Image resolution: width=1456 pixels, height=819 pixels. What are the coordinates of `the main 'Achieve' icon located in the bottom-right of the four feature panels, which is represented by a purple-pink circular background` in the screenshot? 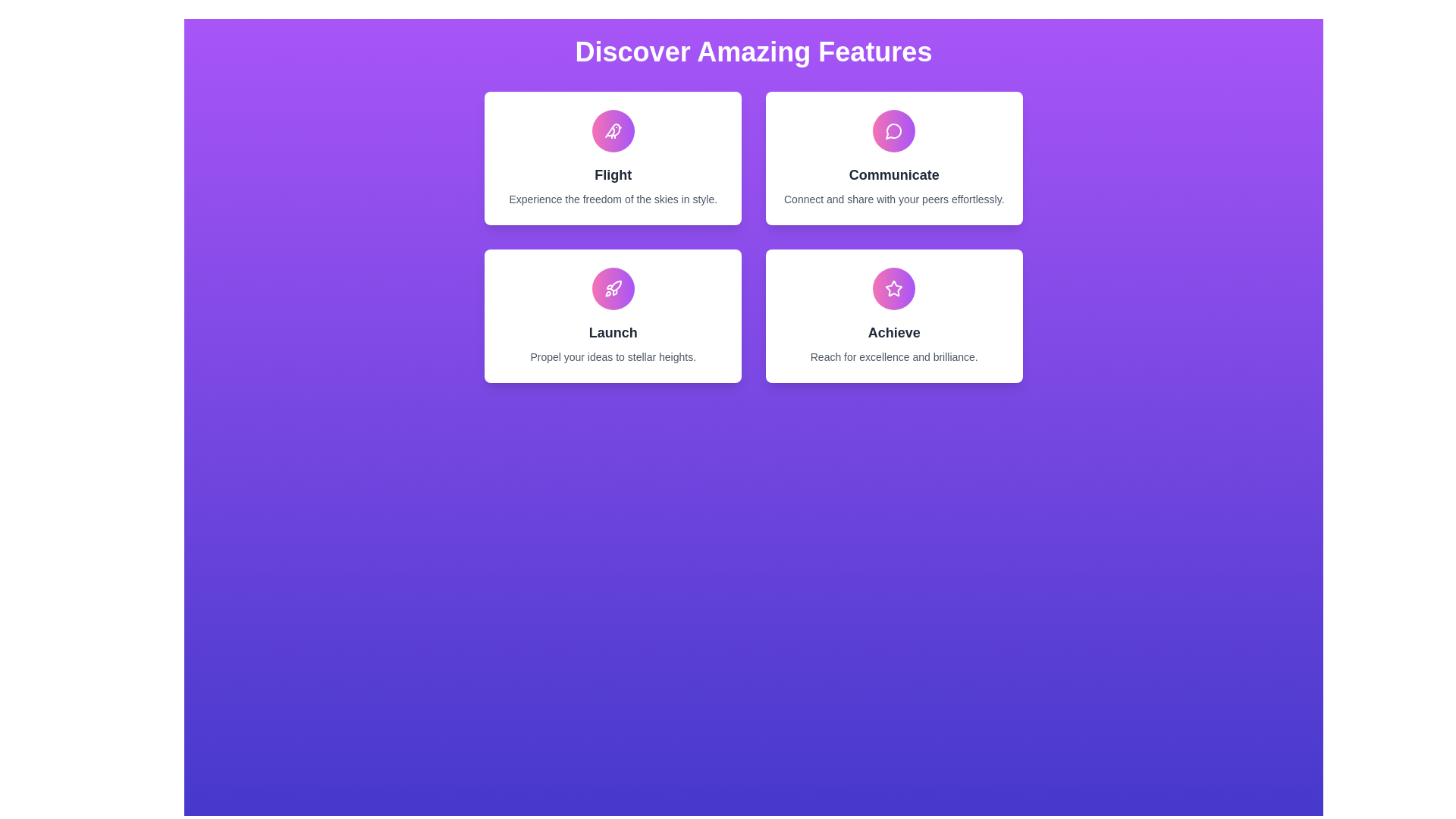 It's located at (894, 289).